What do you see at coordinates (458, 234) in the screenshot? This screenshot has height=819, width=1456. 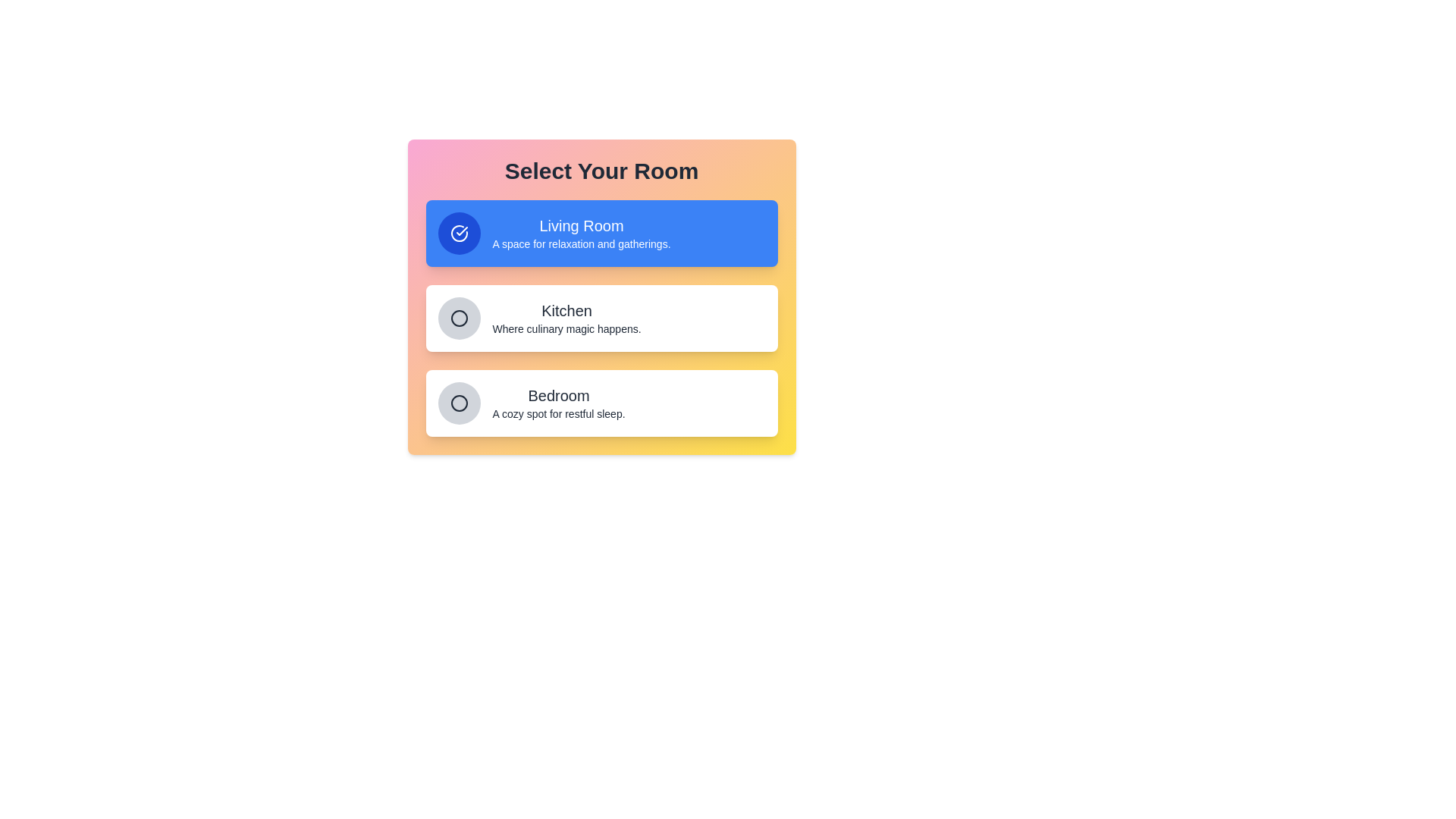 I see `the interior graphical detail of the circular icon for the 'Living Room' button to enhance visual understanding` at bounding box center [458, 234].